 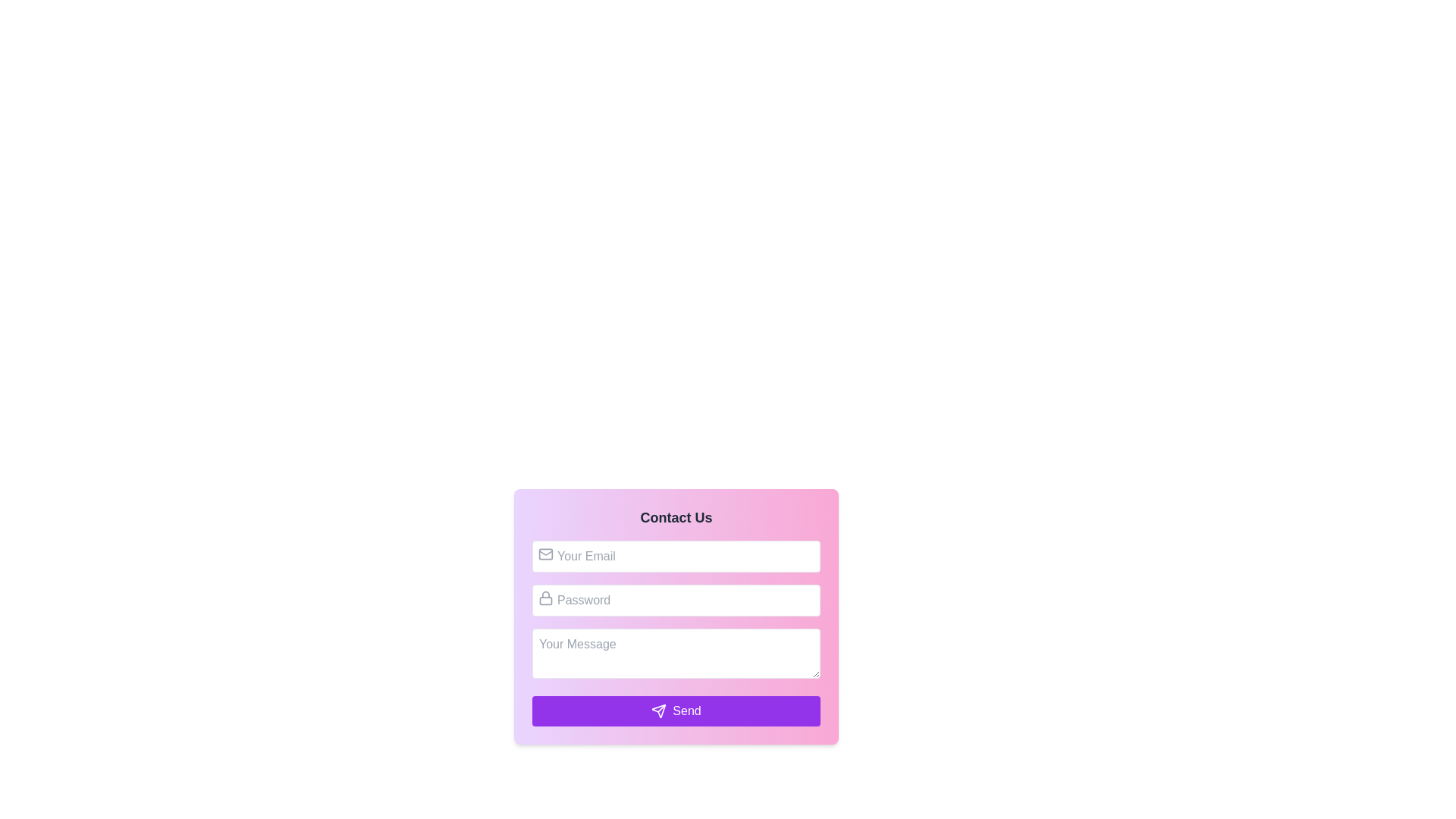 I want to click on the 'Send' button which contains a white arrow icon on a purple background, located at the bottom of the contact form interface, so click(x=659, y=711).